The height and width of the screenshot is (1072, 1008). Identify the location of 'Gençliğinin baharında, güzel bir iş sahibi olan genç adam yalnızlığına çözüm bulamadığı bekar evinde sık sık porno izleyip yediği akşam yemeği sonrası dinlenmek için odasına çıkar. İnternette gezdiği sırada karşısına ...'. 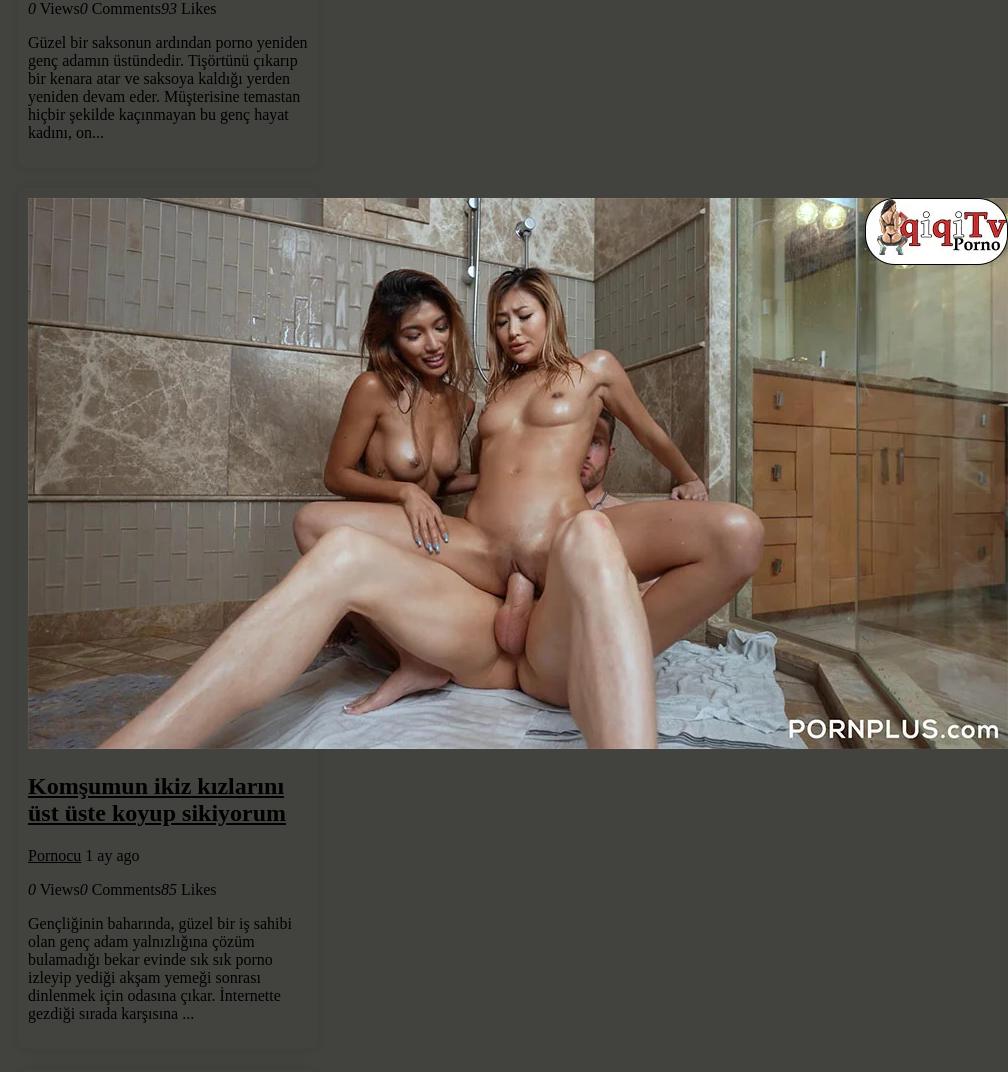
(159, 967).